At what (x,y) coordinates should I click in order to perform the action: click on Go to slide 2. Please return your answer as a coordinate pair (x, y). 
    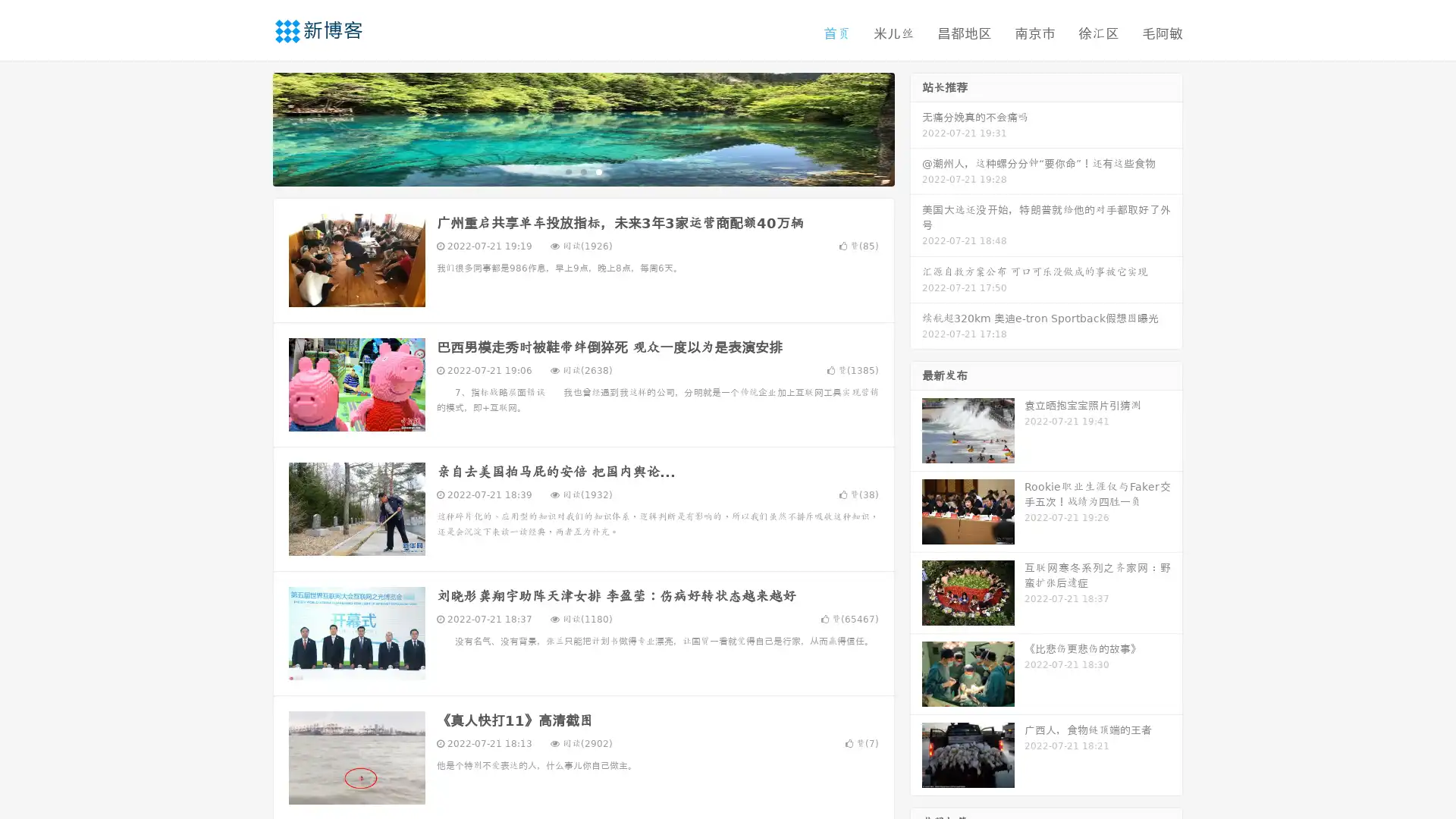
    Looking at the image, I should click on (582, 171).